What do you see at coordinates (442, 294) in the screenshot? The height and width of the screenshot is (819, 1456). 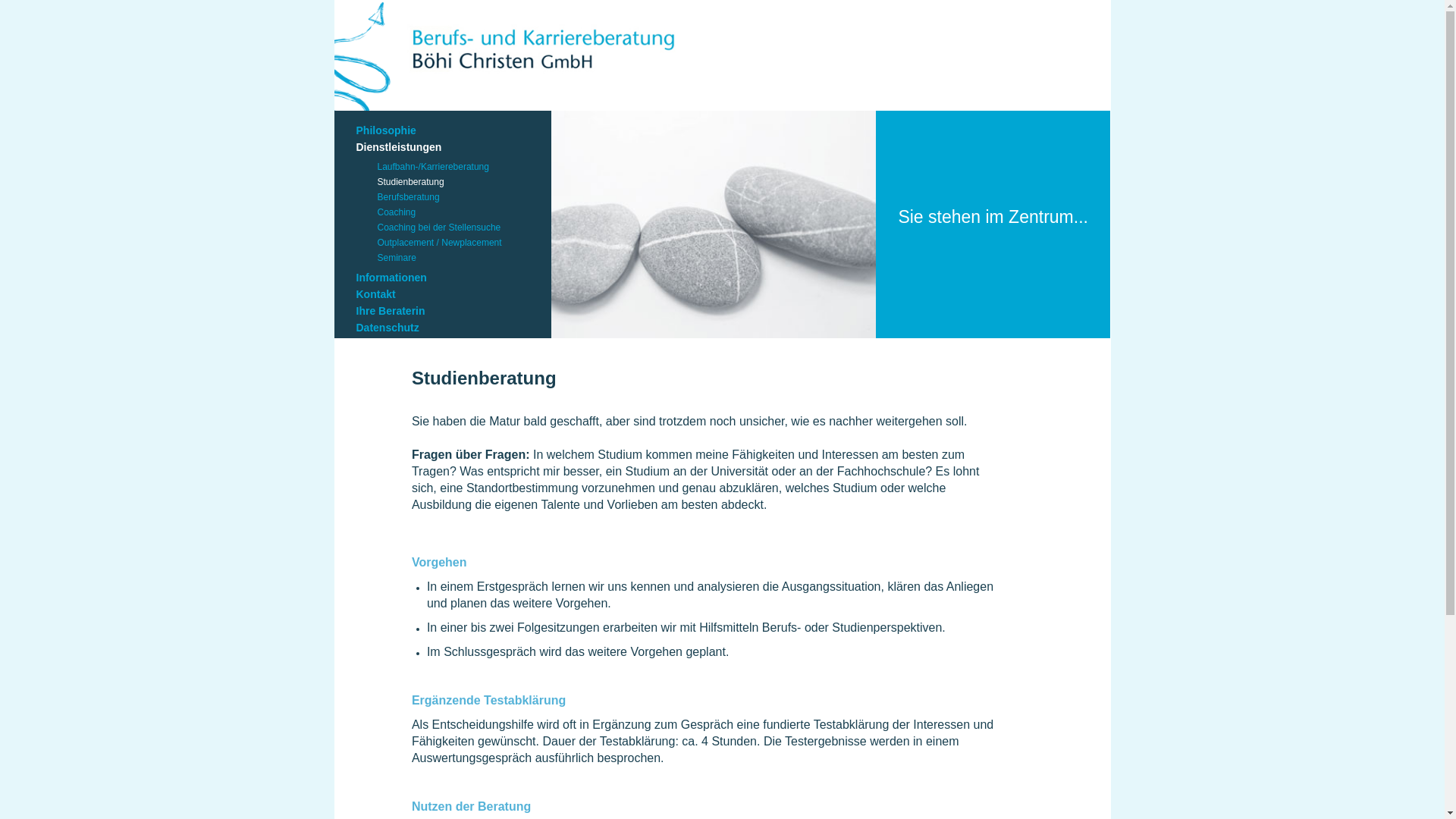 I see `'Kontakt'` at bounding box center [442, 294].